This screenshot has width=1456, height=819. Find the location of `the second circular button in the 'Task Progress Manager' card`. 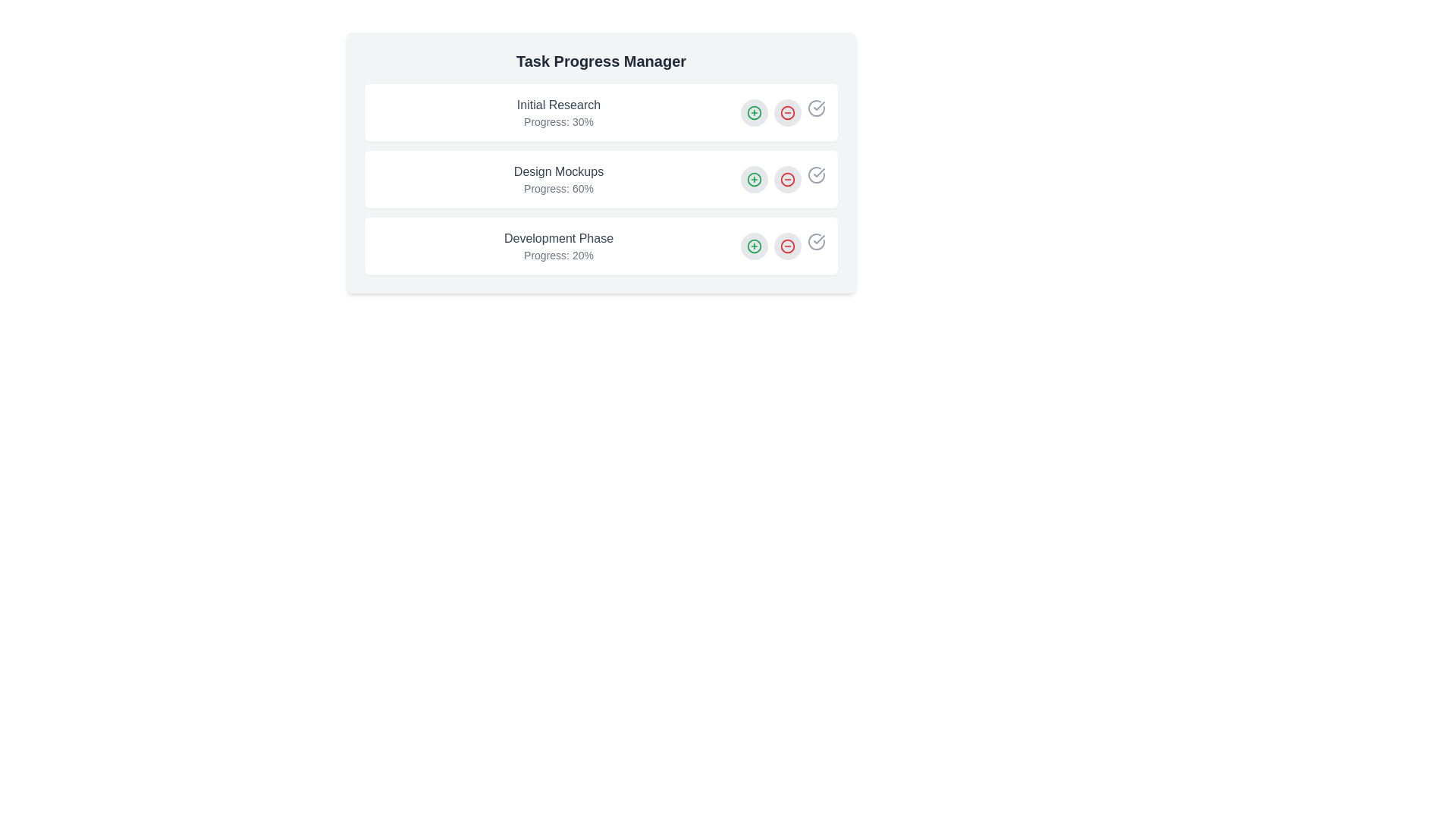

the second circular button in the 'Task Progress Manager' card is located at coordinates (783, 112).